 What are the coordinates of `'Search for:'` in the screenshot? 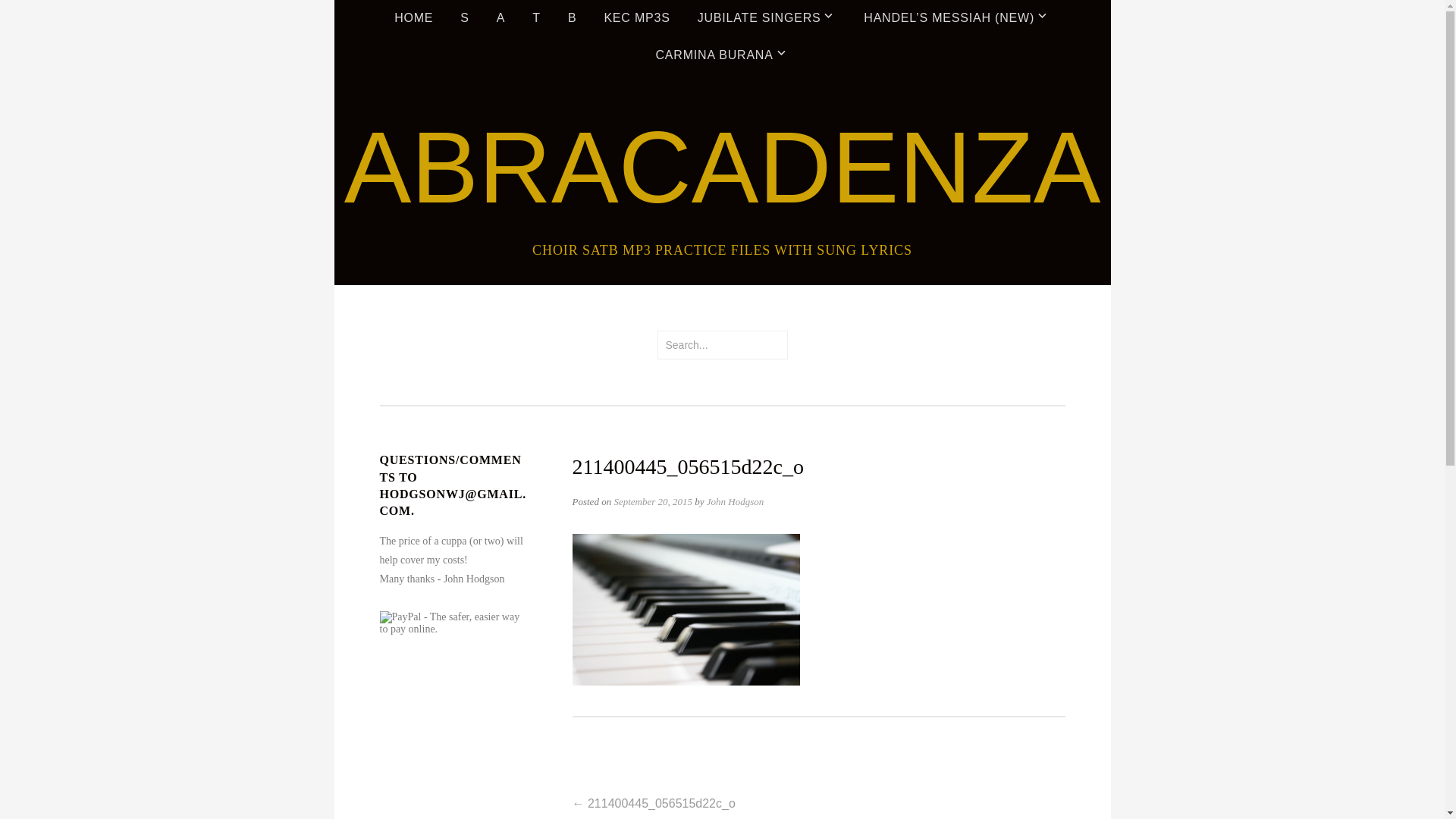 It's located at (720, 345).